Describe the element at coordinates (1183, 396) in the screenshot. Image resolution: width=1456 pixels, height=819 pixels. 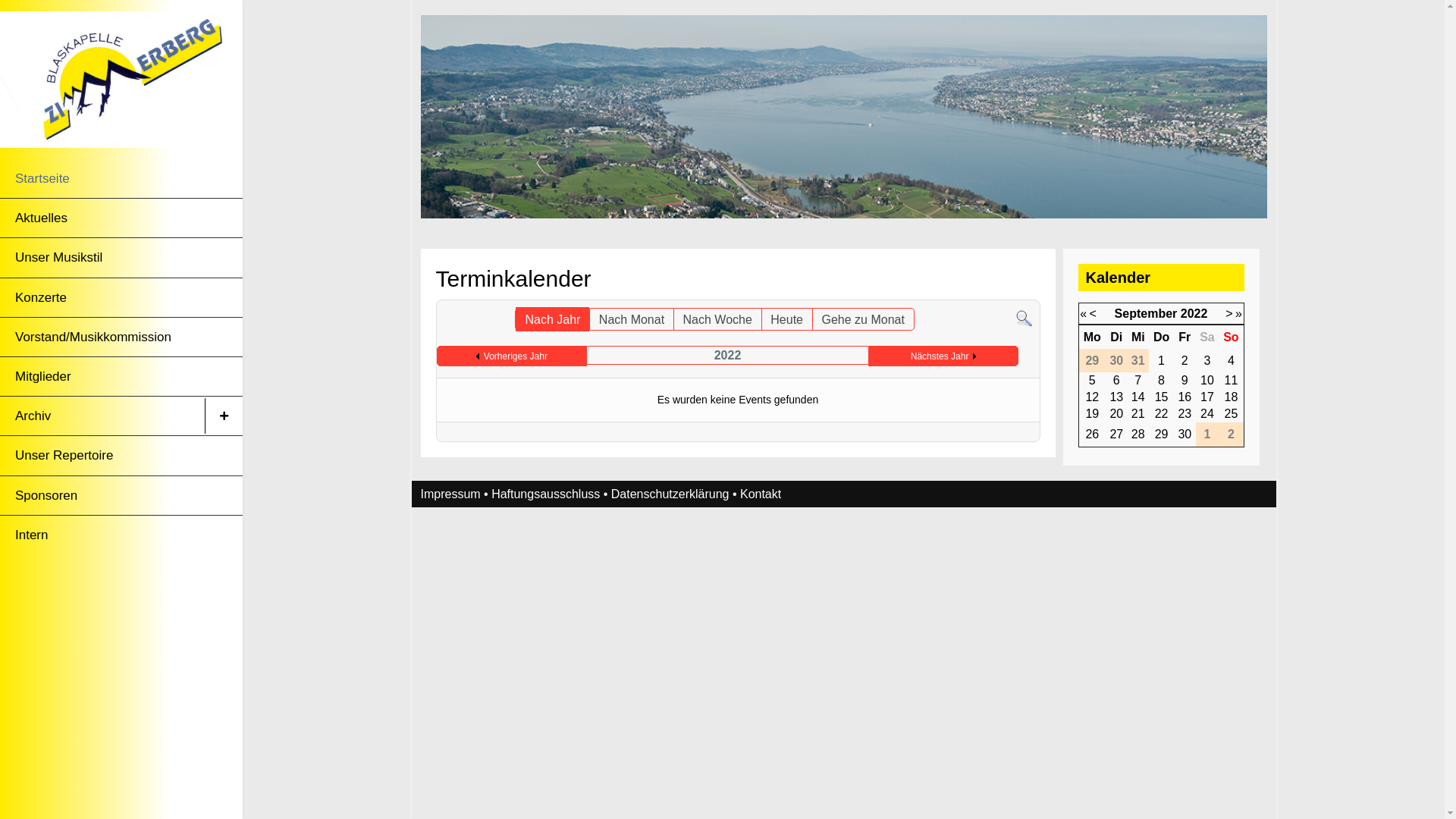
I see `'16'` at that location.